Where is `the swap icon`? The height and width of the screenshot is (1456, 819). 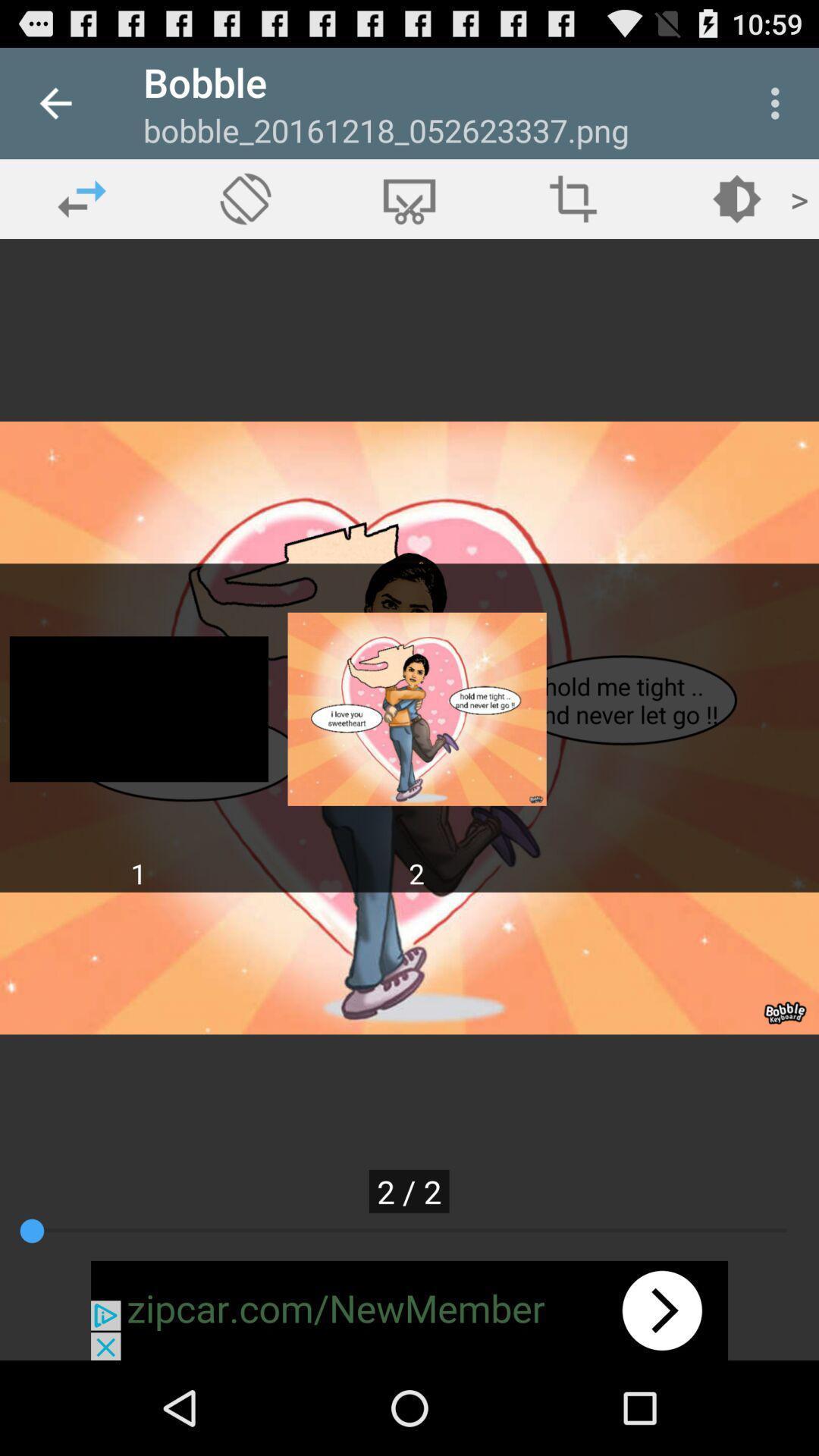 the swap icon is located at coordinates (82, 198).